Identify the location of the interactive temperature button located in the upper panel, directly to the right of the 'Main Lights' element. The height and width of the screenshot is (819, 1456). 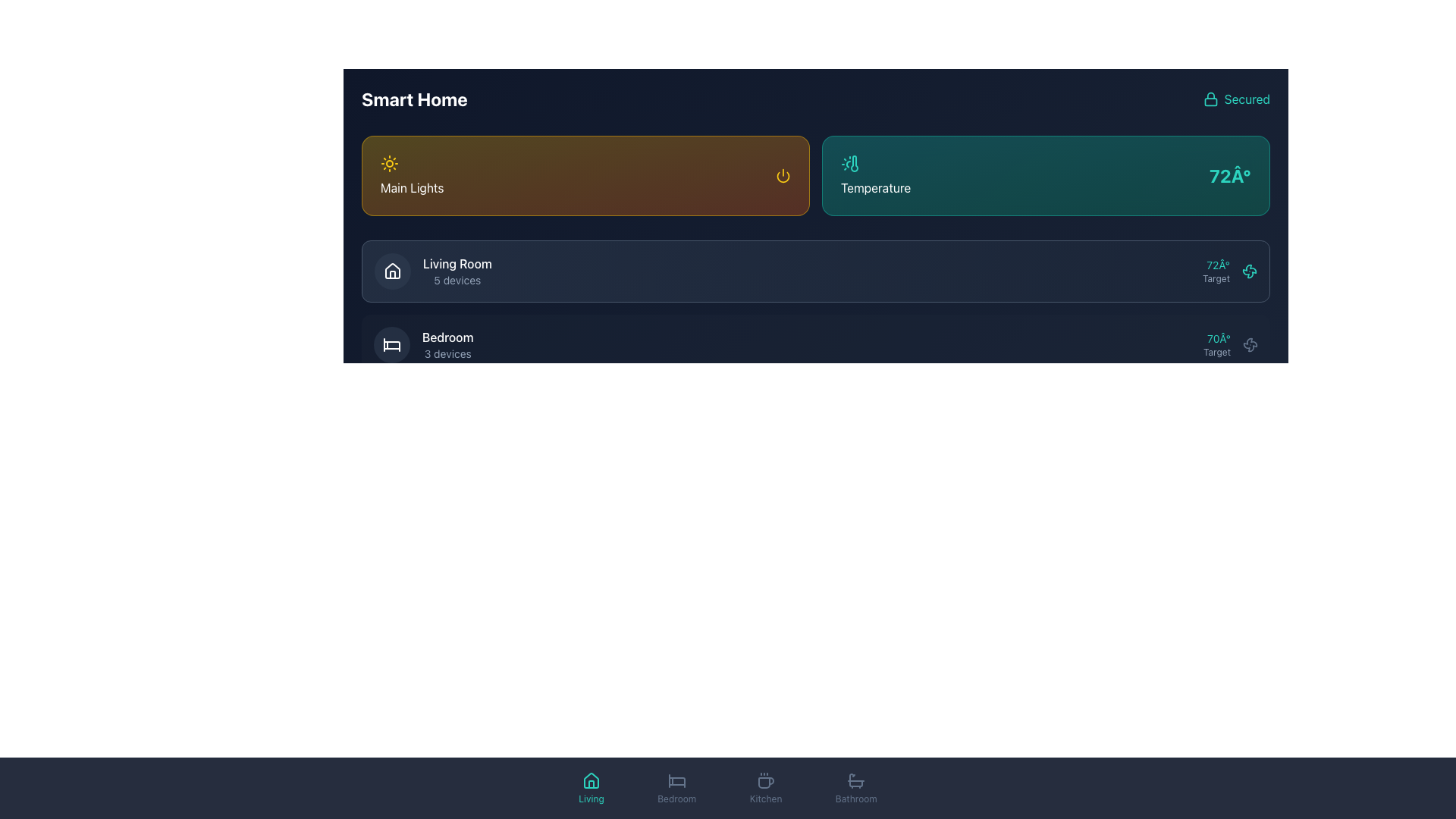
(1045, 174).